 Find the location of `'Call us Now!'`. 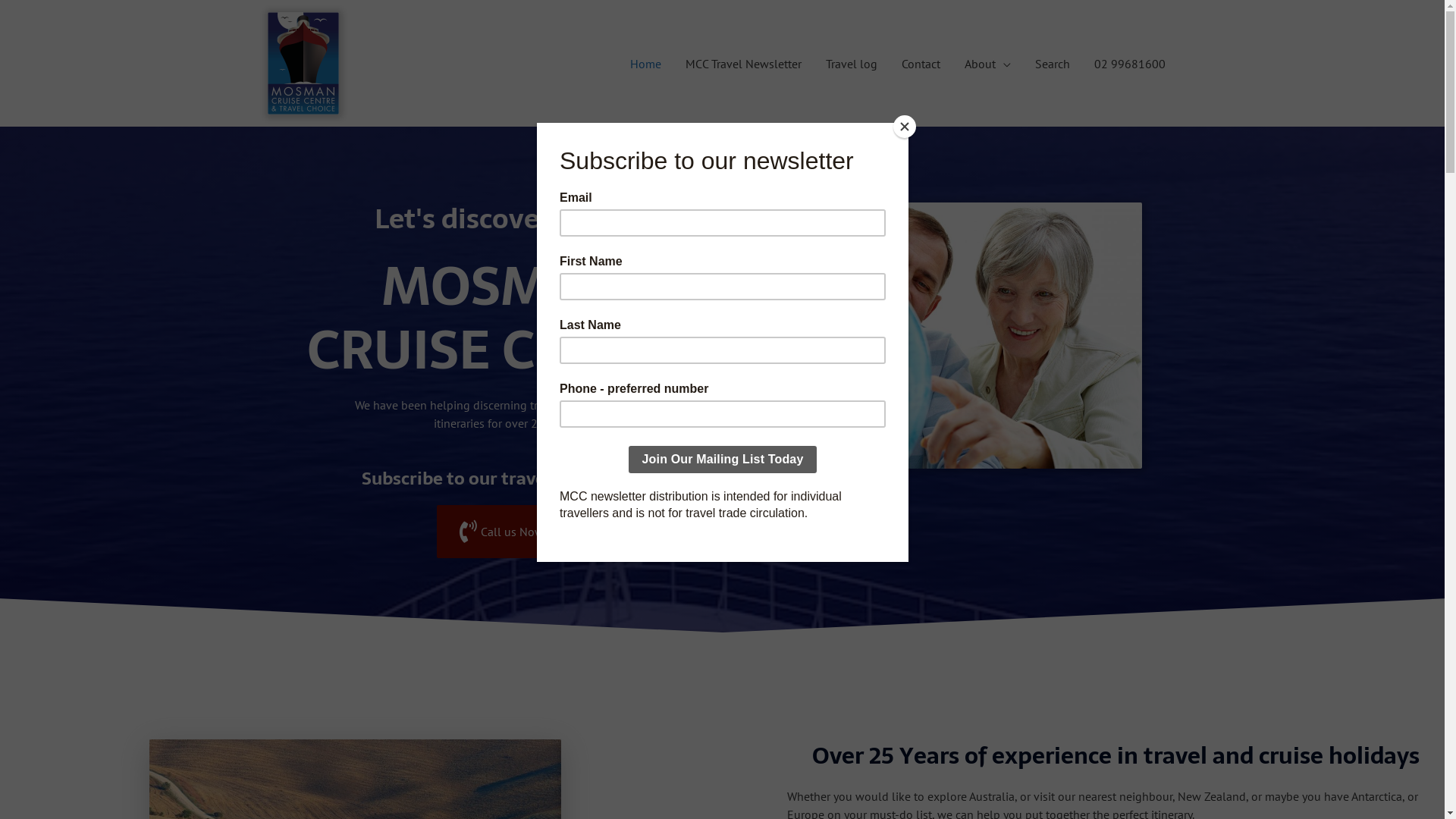

'Call us Now!' is located at coordinates (503, 531).